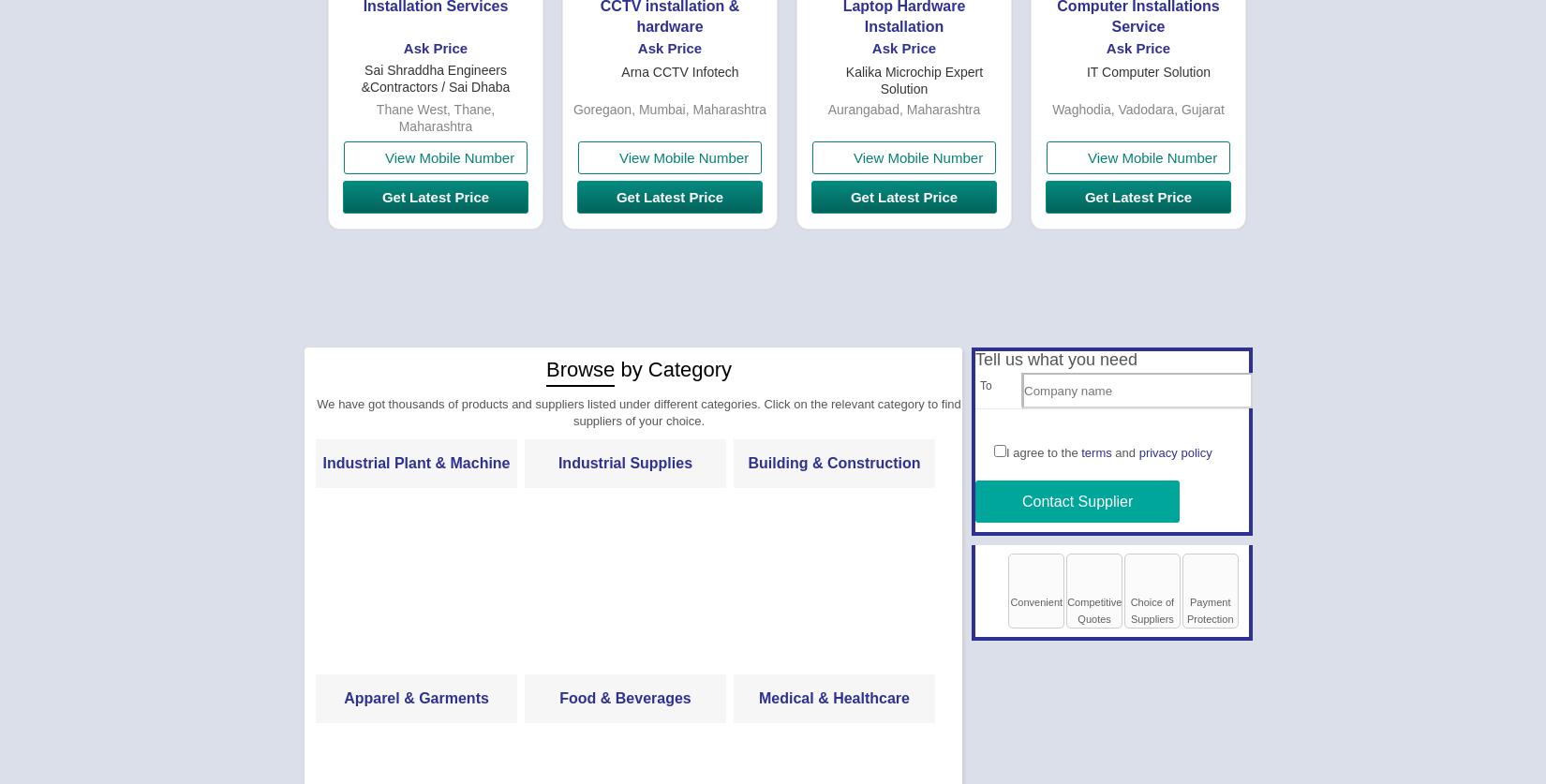  What do you see at coordinates (903, 110) in the screenshot?
I see `'Aurangabad, Maharashtra'` at bounding box center [903, 110].